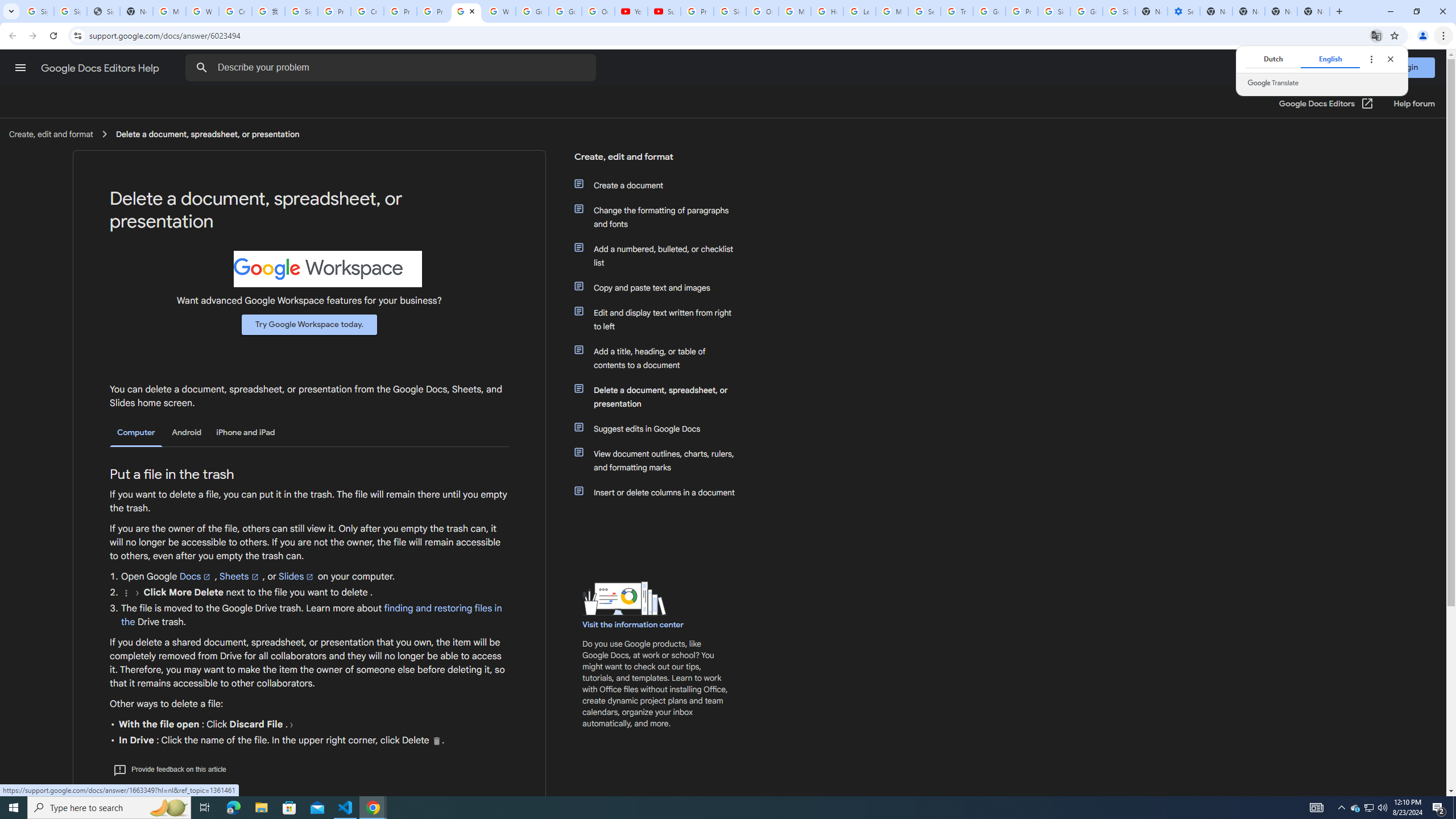 The width and height of the screenshot is (1456, 819). What do you see at coordinates (661, 185) in the screenshot?
I see `'Create a document'` at bounding box center [661, 185].